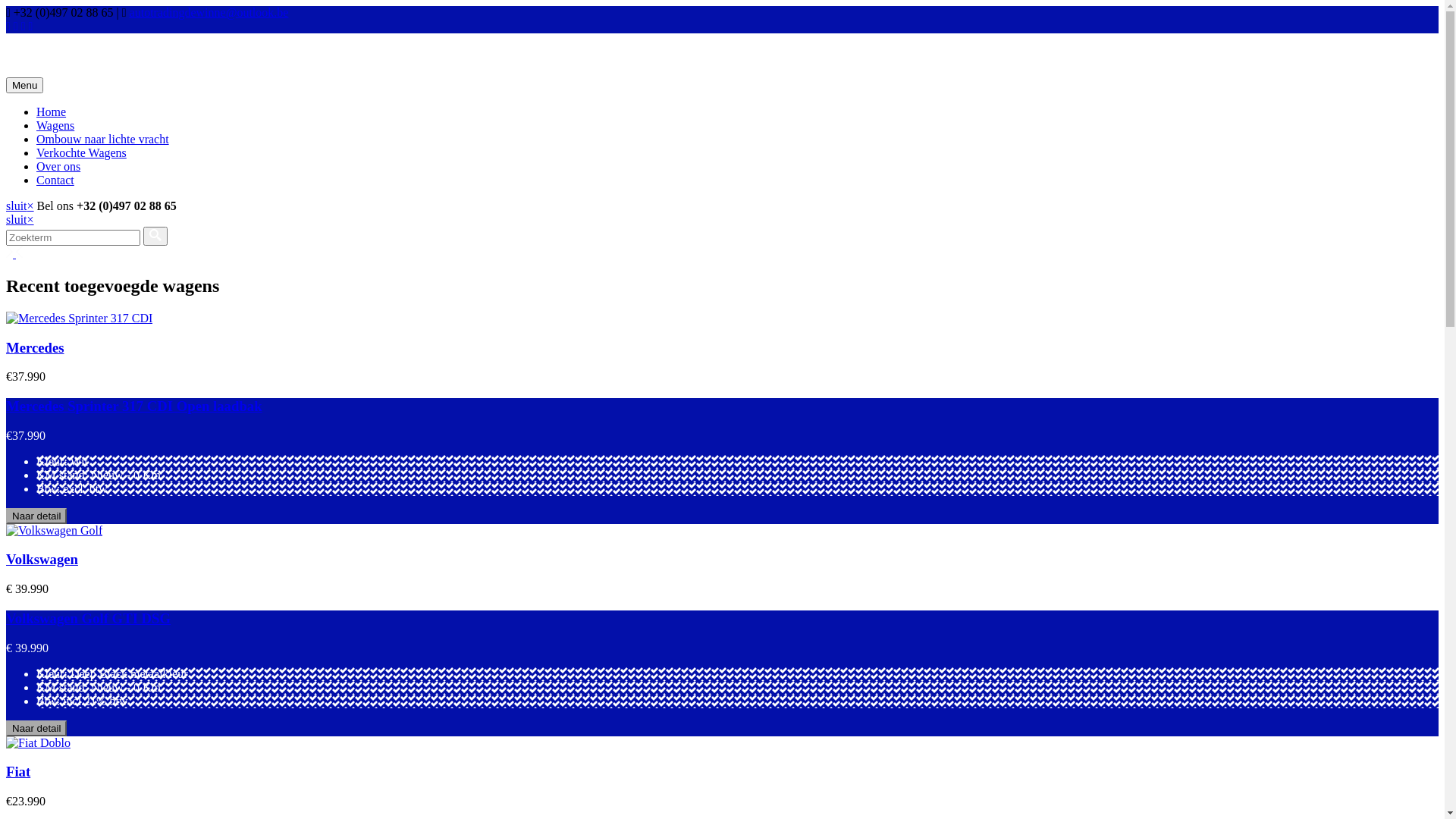  What do you see at coordinates (78, 318) in the screenshot?
I see `' Mercedes   Sprinter 317 CDI'` at bounding box center [78, 318].